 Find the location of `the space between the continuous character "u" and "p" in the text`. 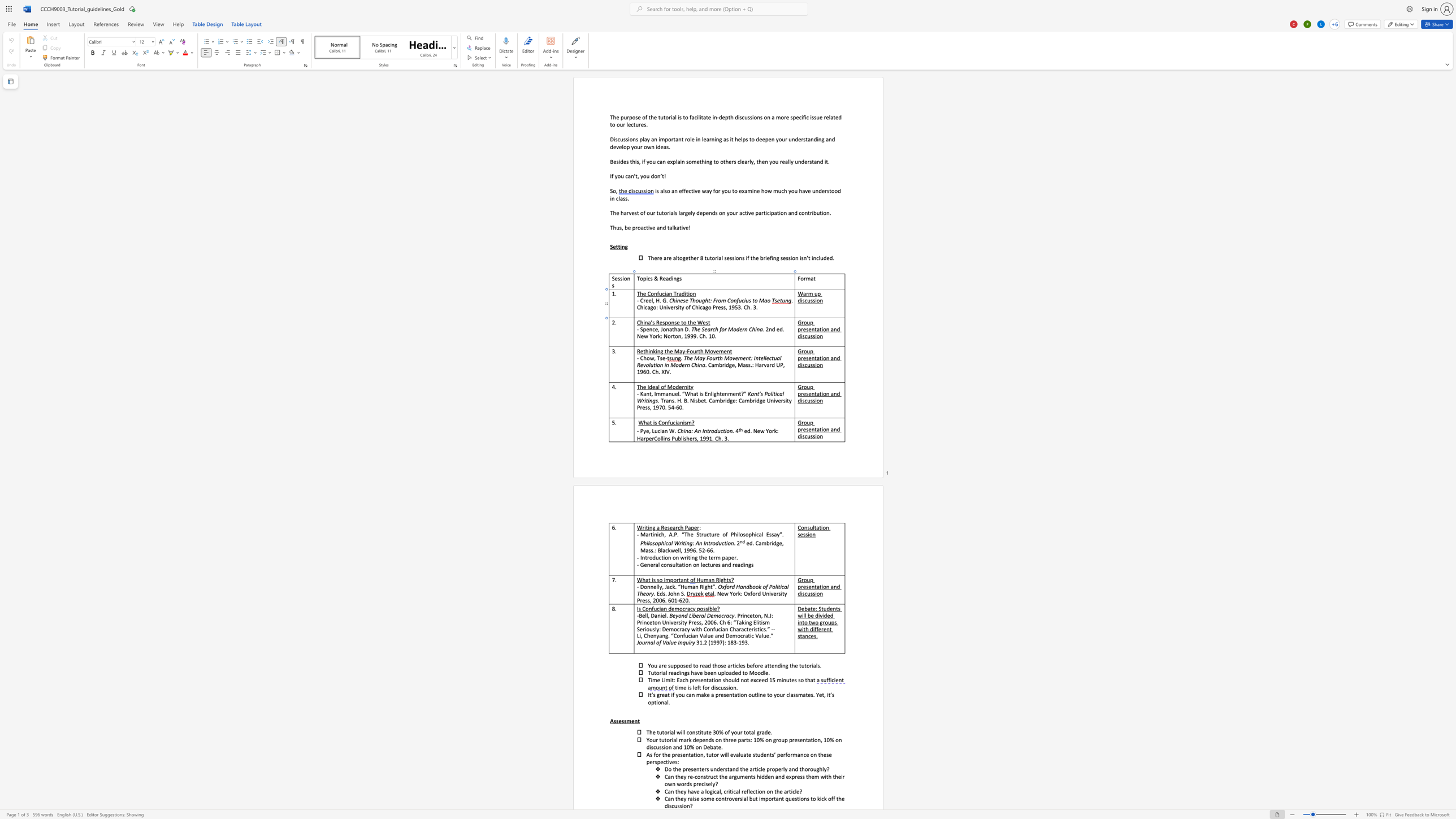

the space between the continuous character "u" and "p" in the text is located at coordinates (817, 293).